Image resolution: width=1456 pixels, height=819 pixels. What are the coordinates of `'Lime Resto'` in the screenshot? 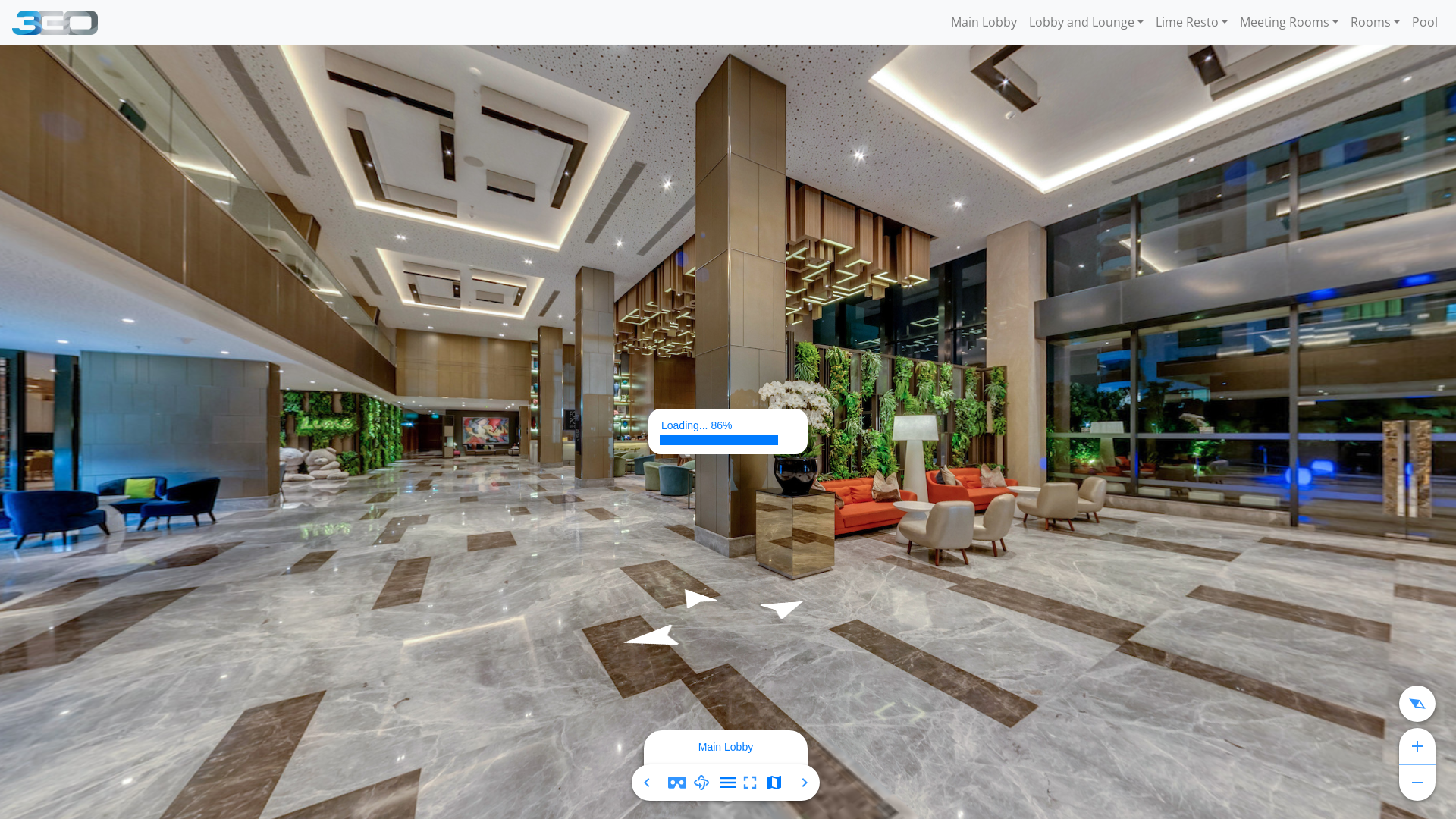 It's located at (1150, 22).